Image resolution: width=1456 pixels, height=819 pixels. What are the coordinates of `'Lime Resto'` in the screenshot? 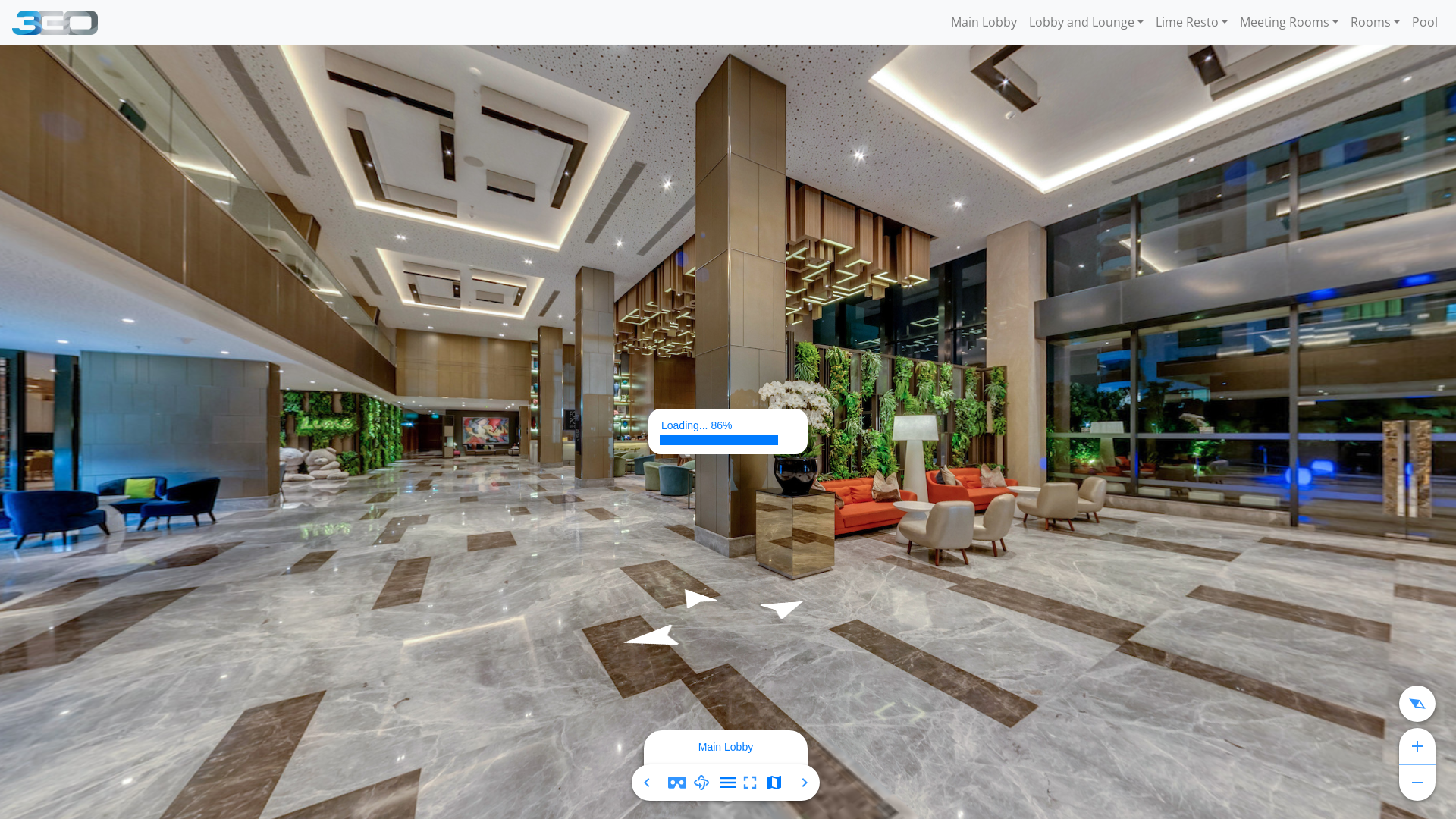 It's located at (1150, 22).